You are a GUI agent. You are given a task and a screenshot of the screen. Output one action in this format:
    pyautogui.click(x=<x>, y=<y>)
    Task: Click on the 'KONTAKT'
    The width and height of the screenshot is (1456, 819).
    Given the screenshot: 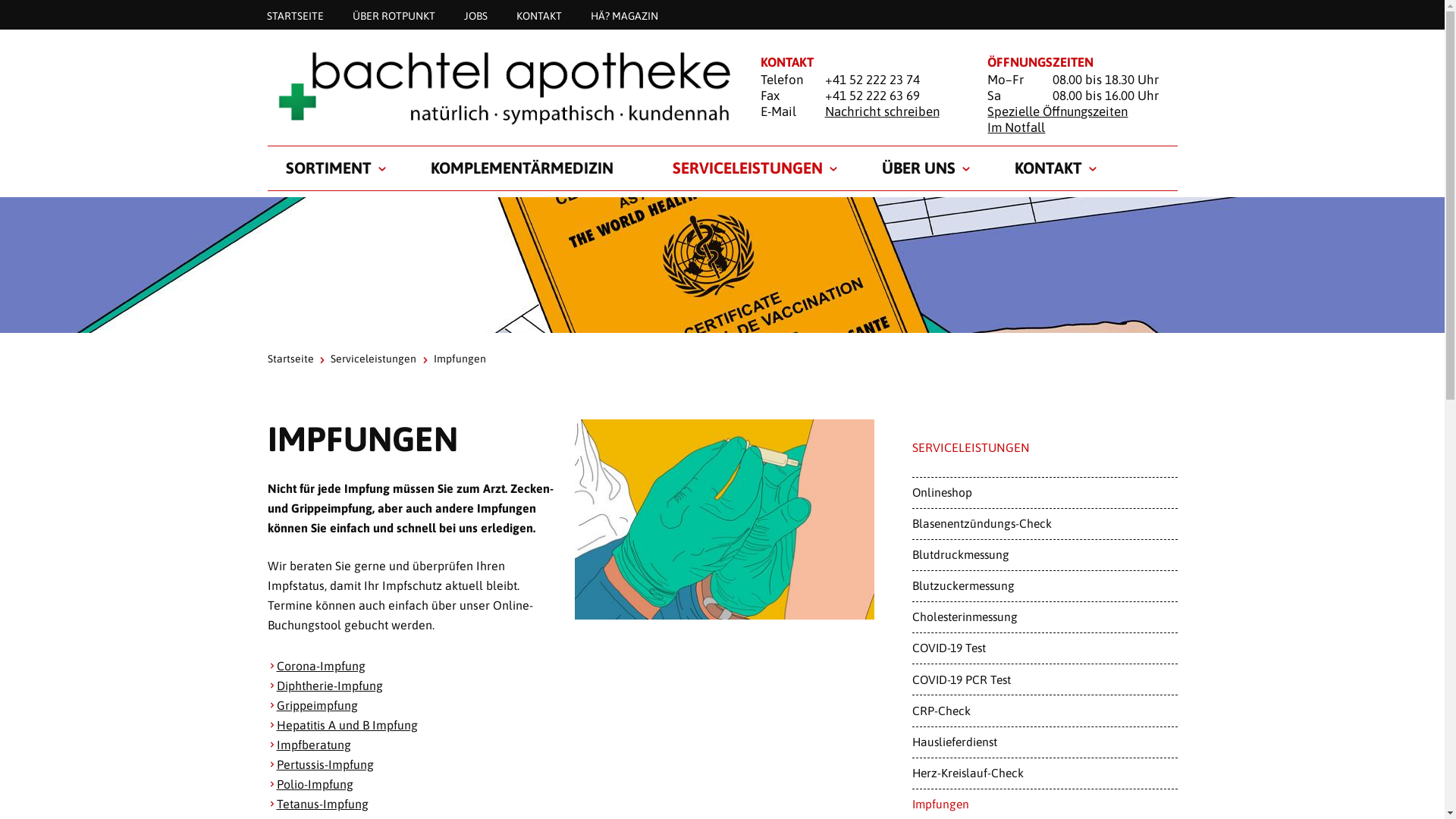 What is the action you would take?
    pyautogui.click(x=538, y=15)
    